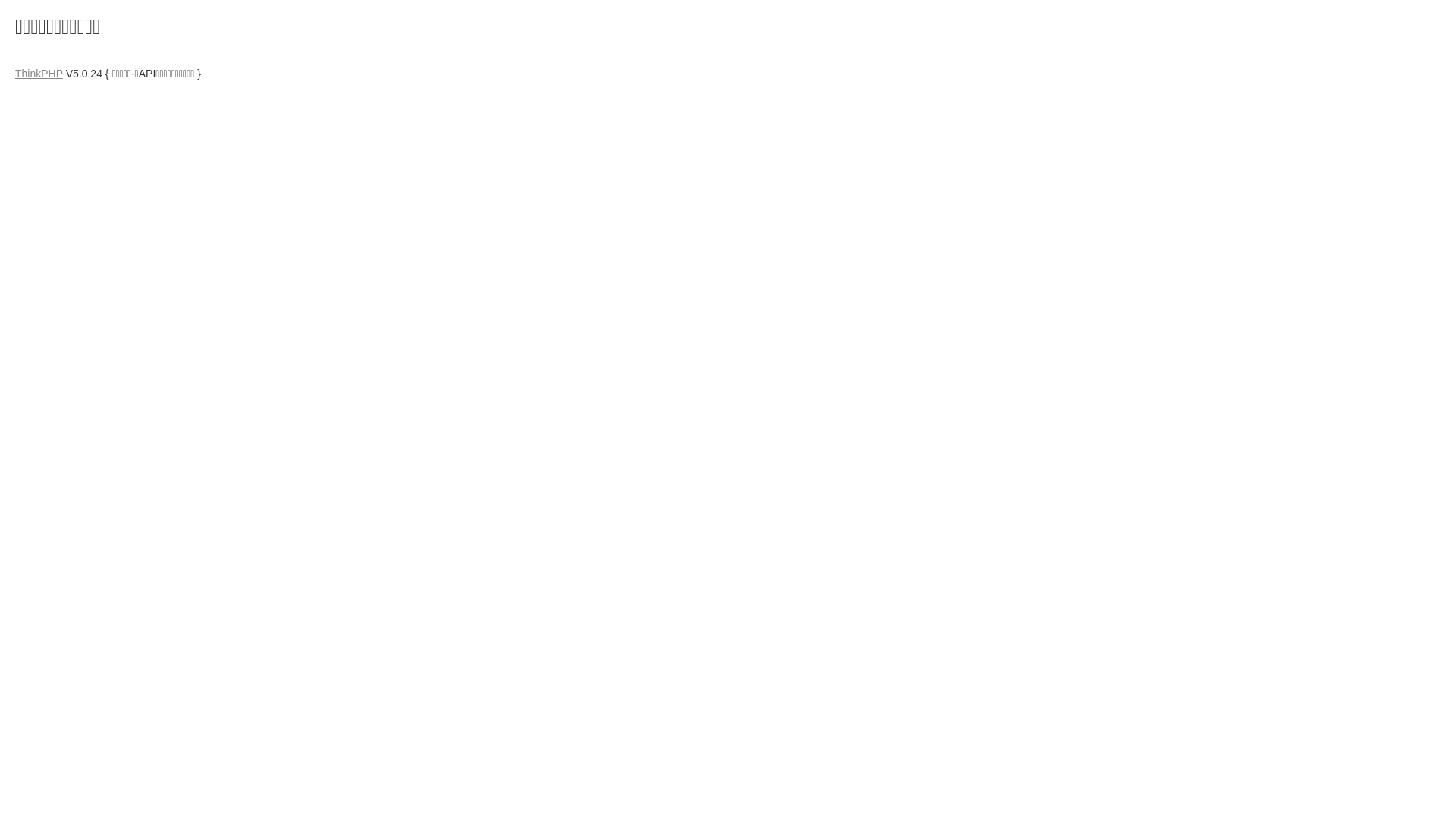 Image resolution: width=1456 pixels, height=819 pixels. Describe the element at coordinates (14, 73) in the screenshot. I see `'ThinkPHP'` at that location.